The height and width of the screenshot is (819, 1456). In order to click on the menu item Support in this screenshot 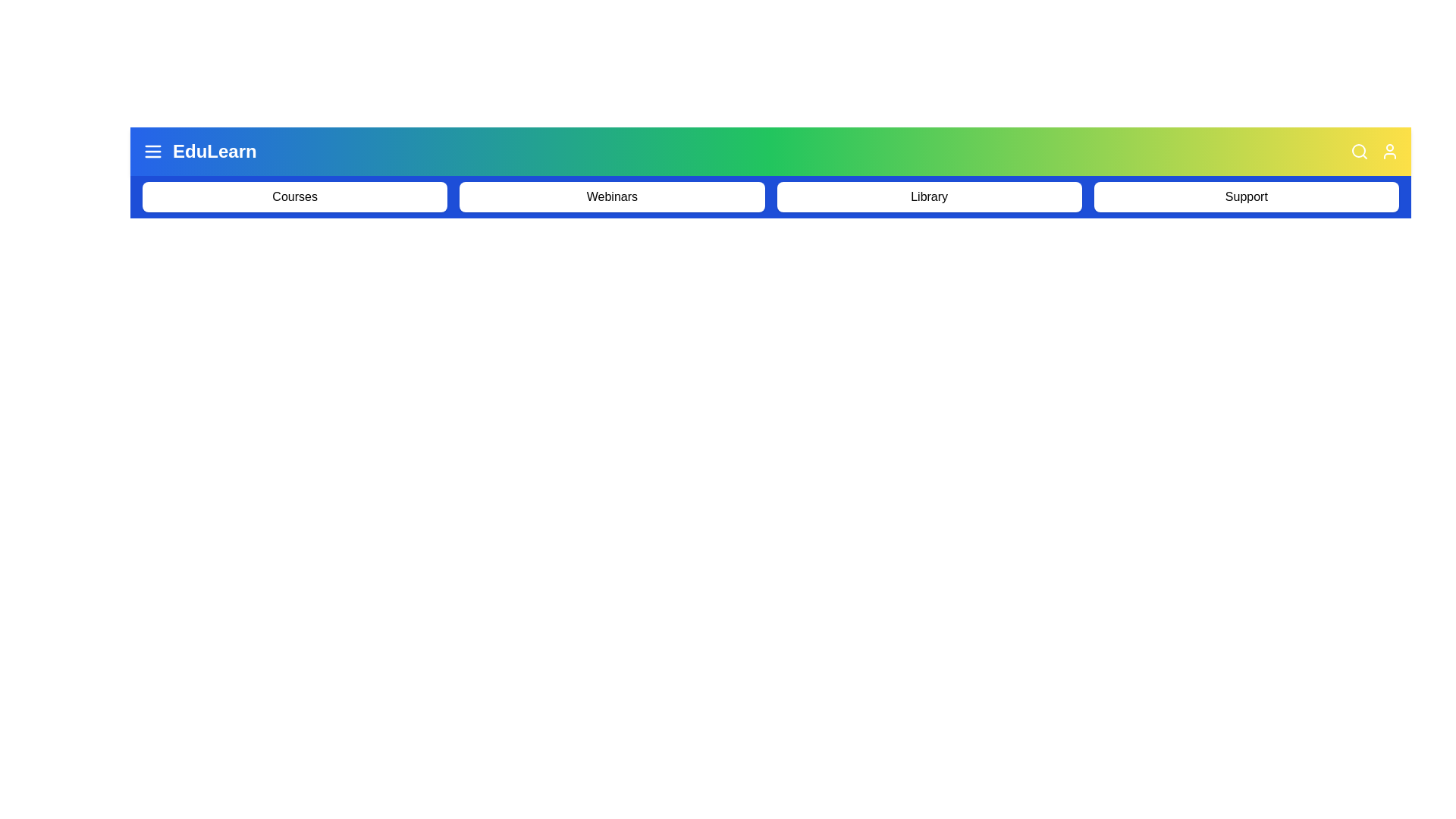, I will do `click(1245, 196)`.